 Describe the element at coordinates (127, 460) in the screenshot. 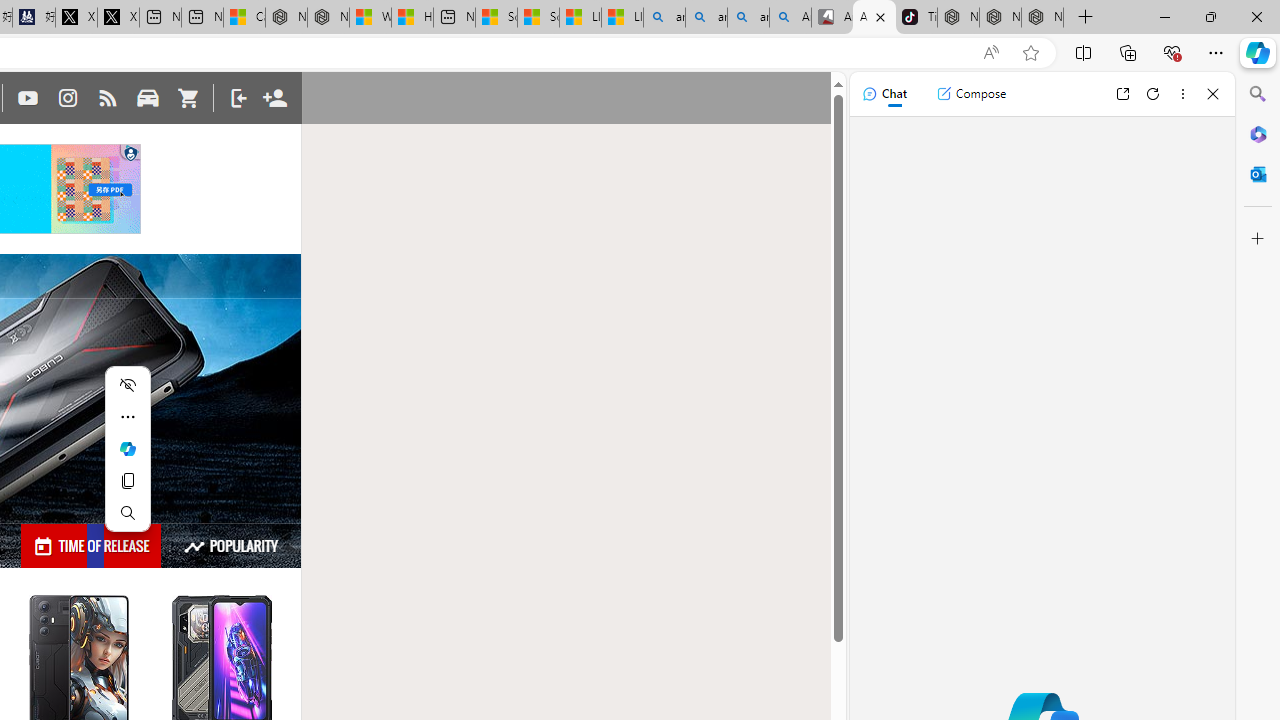

I see `'Mini menu on text selection'` at that location.